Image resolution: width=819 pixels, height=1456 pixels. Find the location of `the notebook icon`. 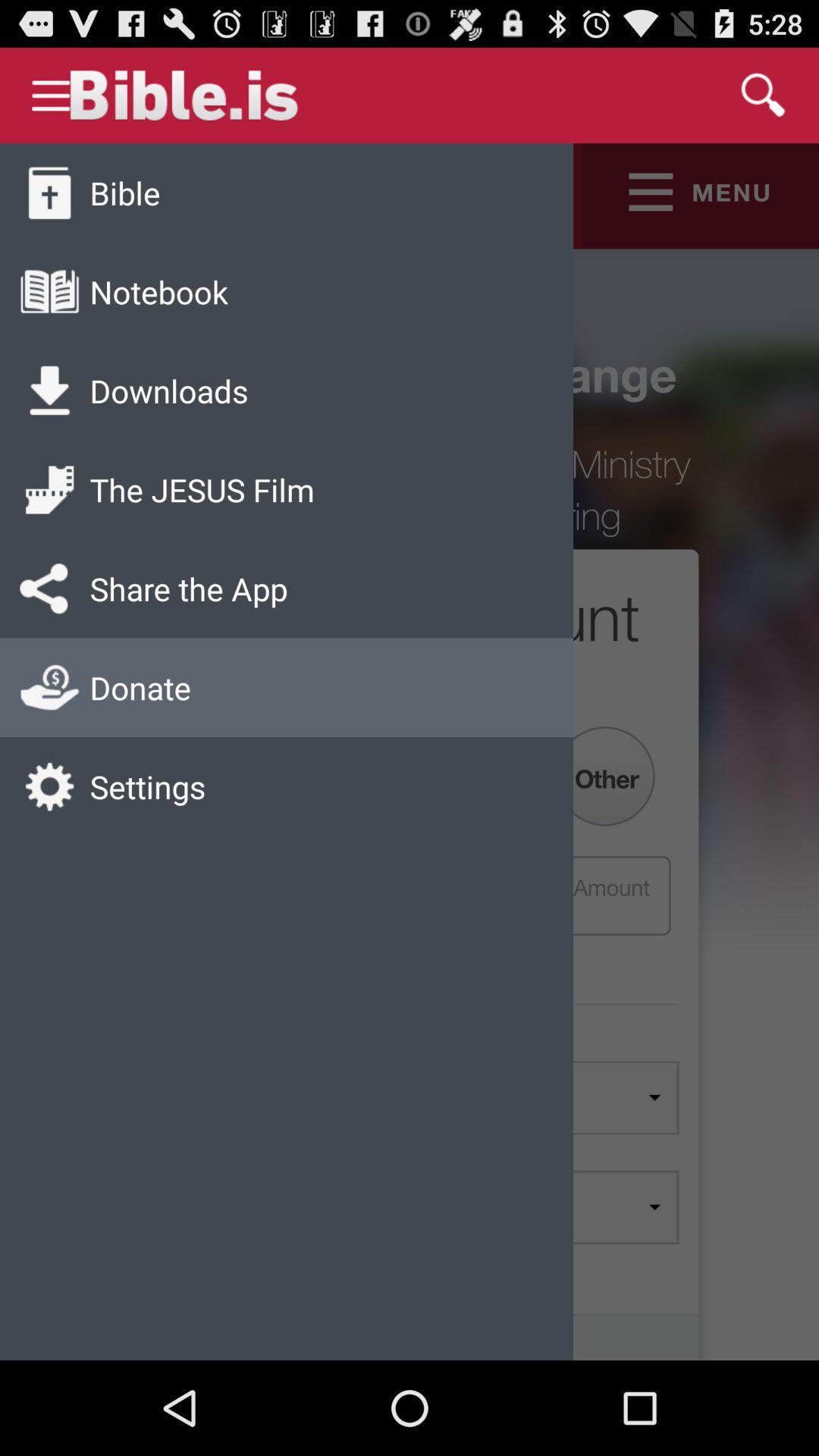

the notebook icon is located at coordinates (158, 291).